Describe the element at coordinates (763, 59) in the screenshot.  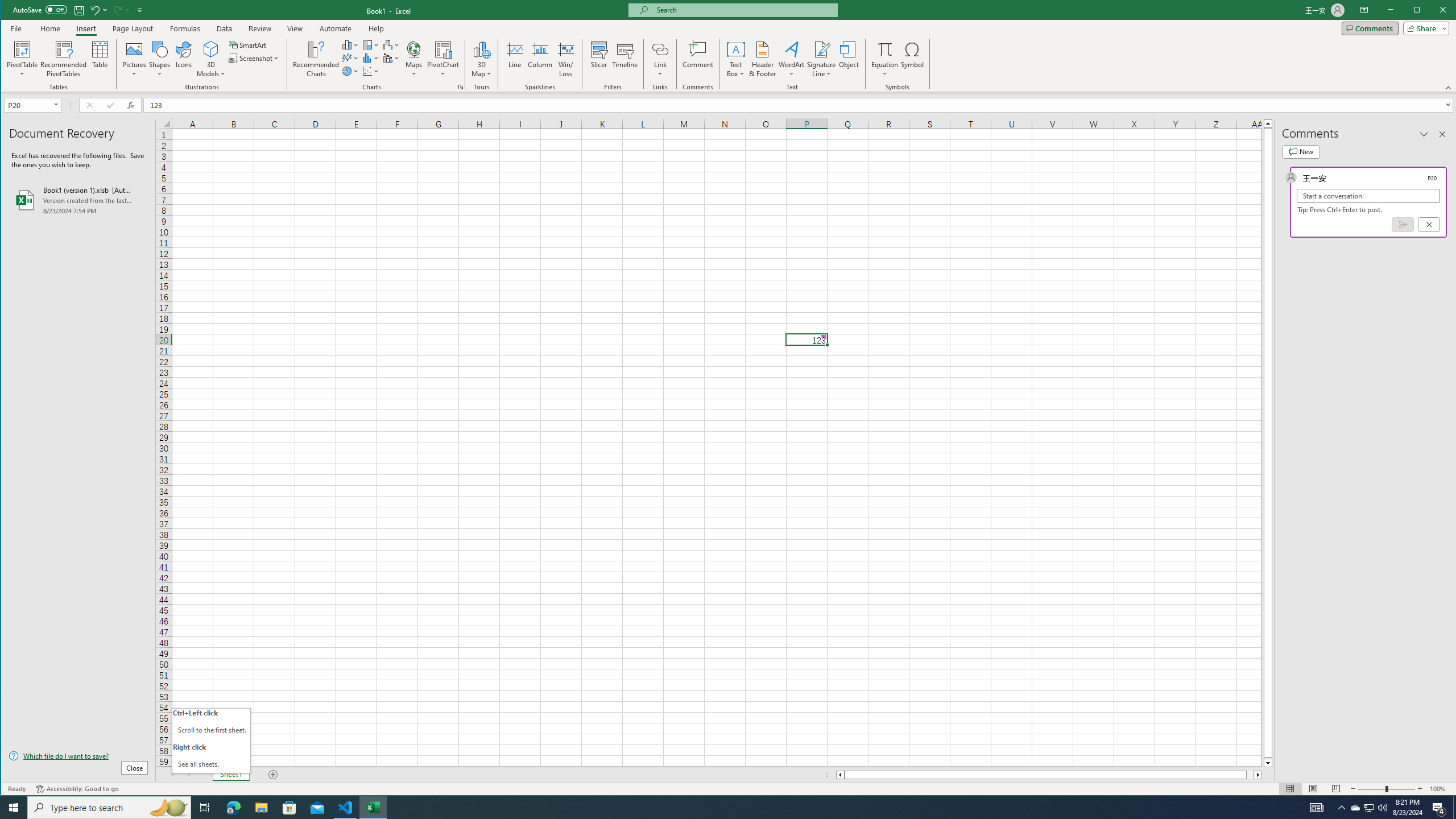
I see `'Header & Footer...'` at that location.